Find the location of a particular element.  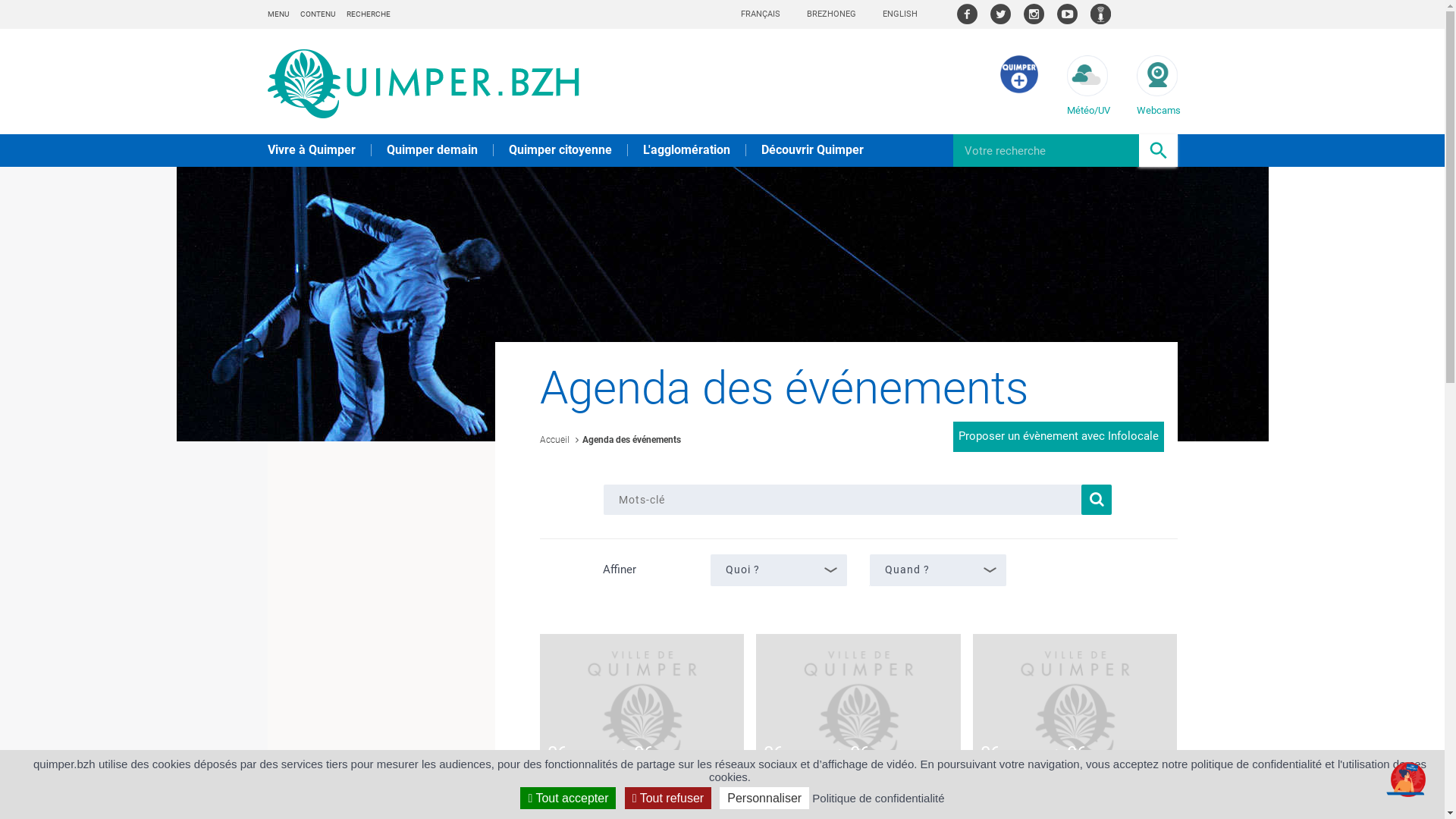

'RECHERCHE' is located at coordinates (367, 14).